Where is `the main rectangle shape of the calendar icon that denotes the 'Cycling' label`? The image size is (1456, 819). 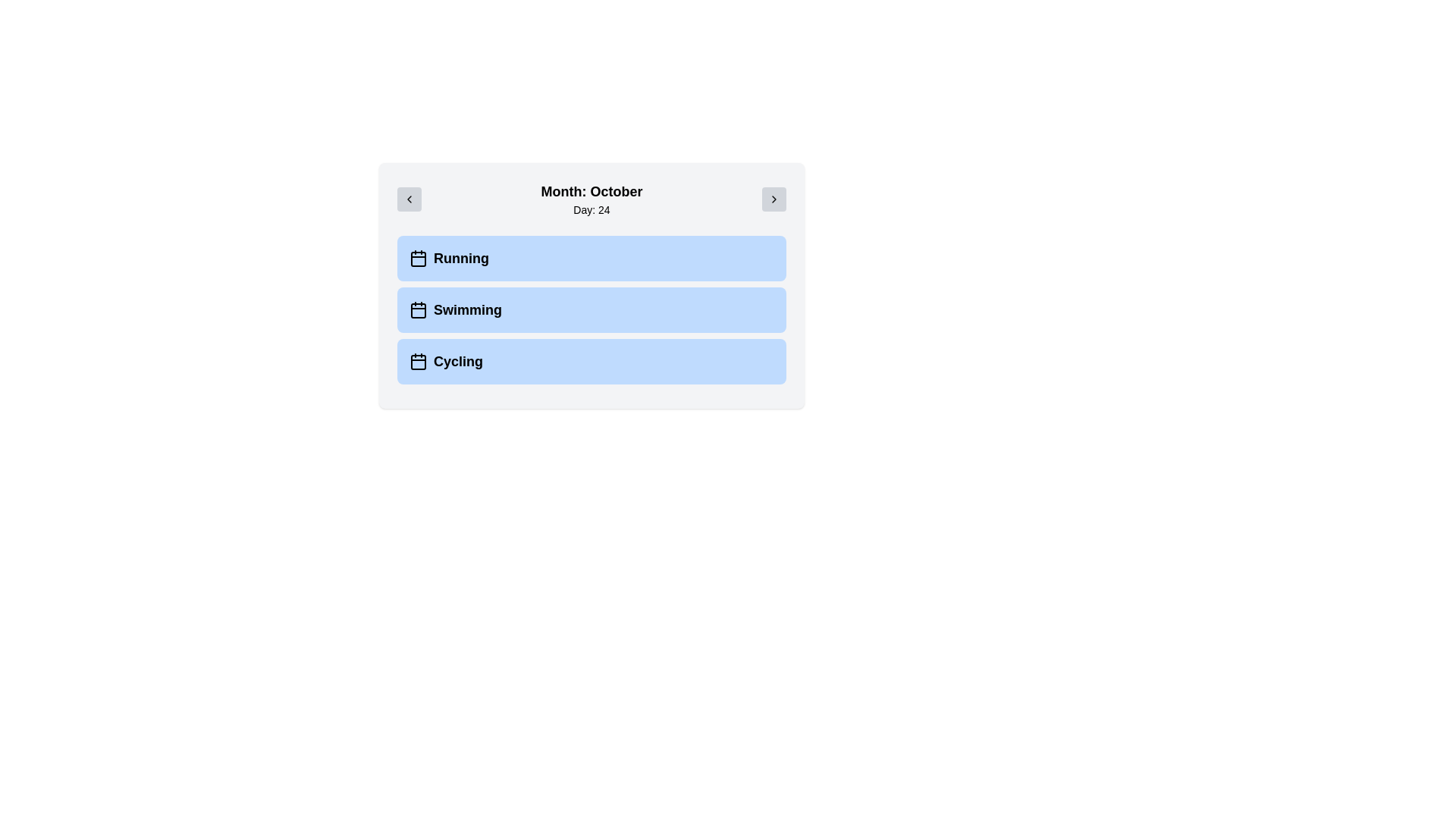
the main rectangle shape of the calendar icon that denotes the 'Cycling' label is located at coordinates (419, 362).